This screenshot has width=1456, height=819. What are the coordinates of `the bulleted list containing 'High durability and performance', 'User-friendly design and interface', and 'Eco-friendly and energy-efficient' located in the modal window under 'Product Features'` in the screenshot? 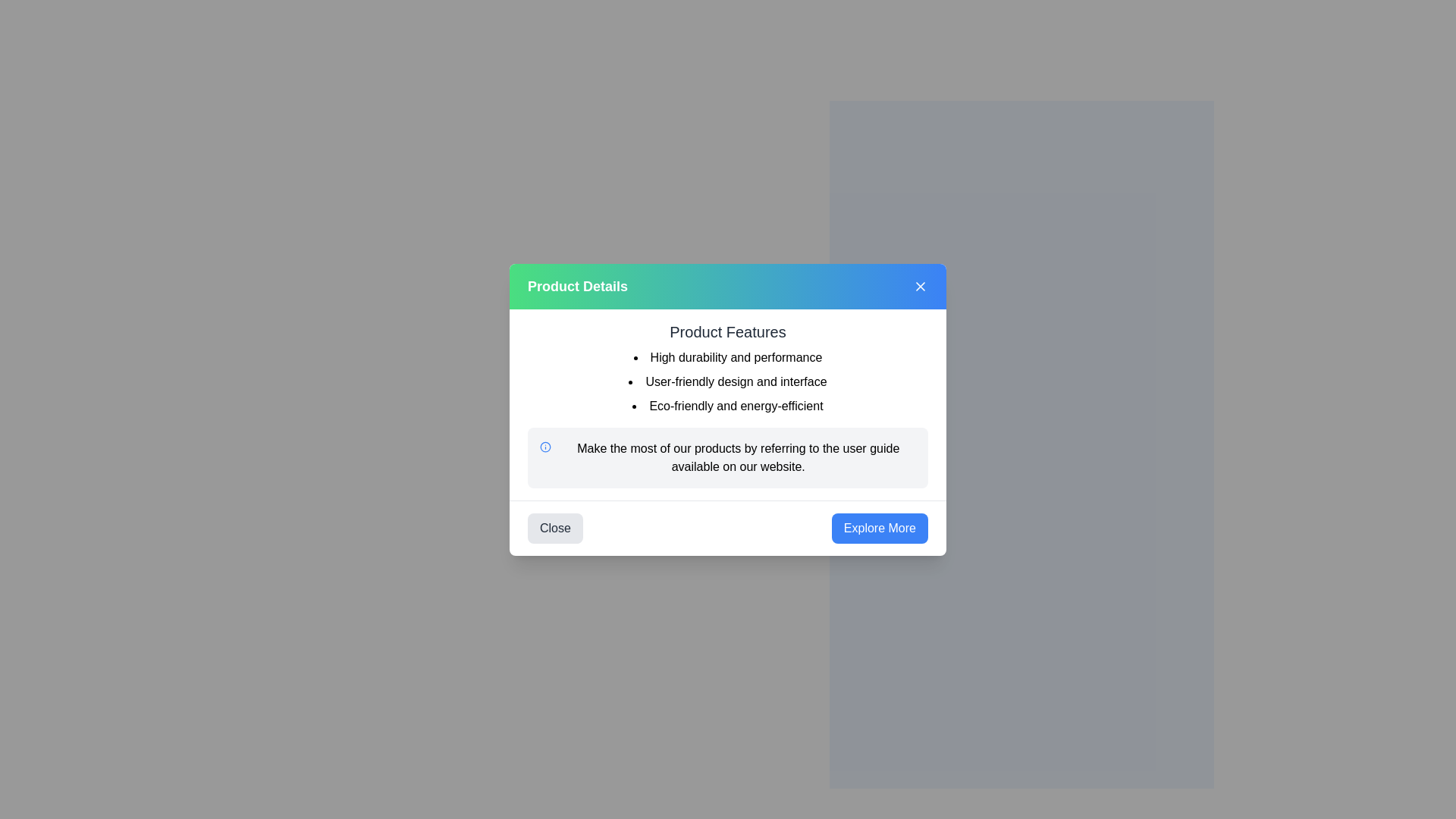 It's located at (728, 380).